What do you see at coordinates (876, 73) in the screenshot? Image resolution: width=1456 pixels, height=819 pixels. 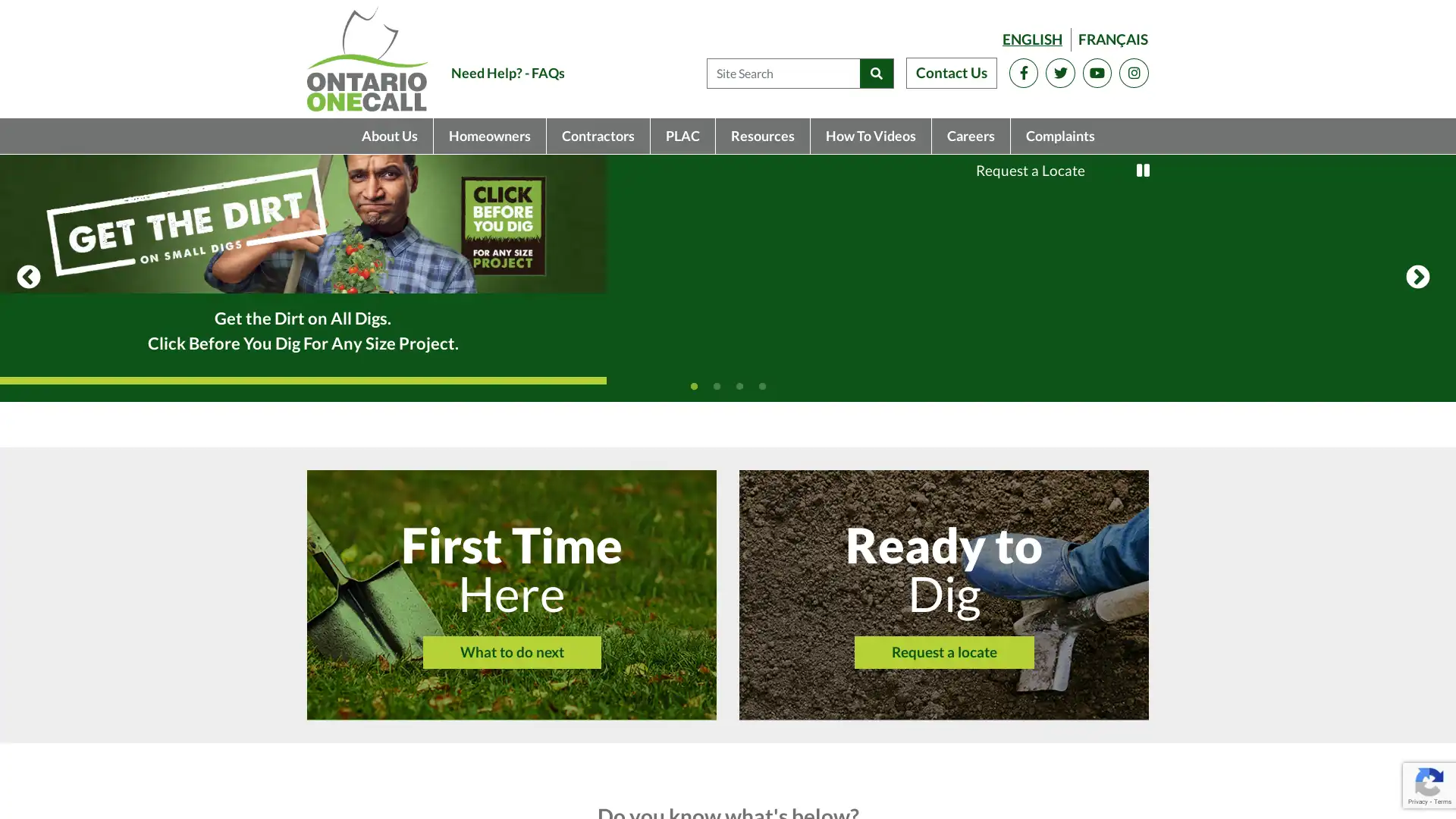 I see `Search` at bounding box center [876, 73].